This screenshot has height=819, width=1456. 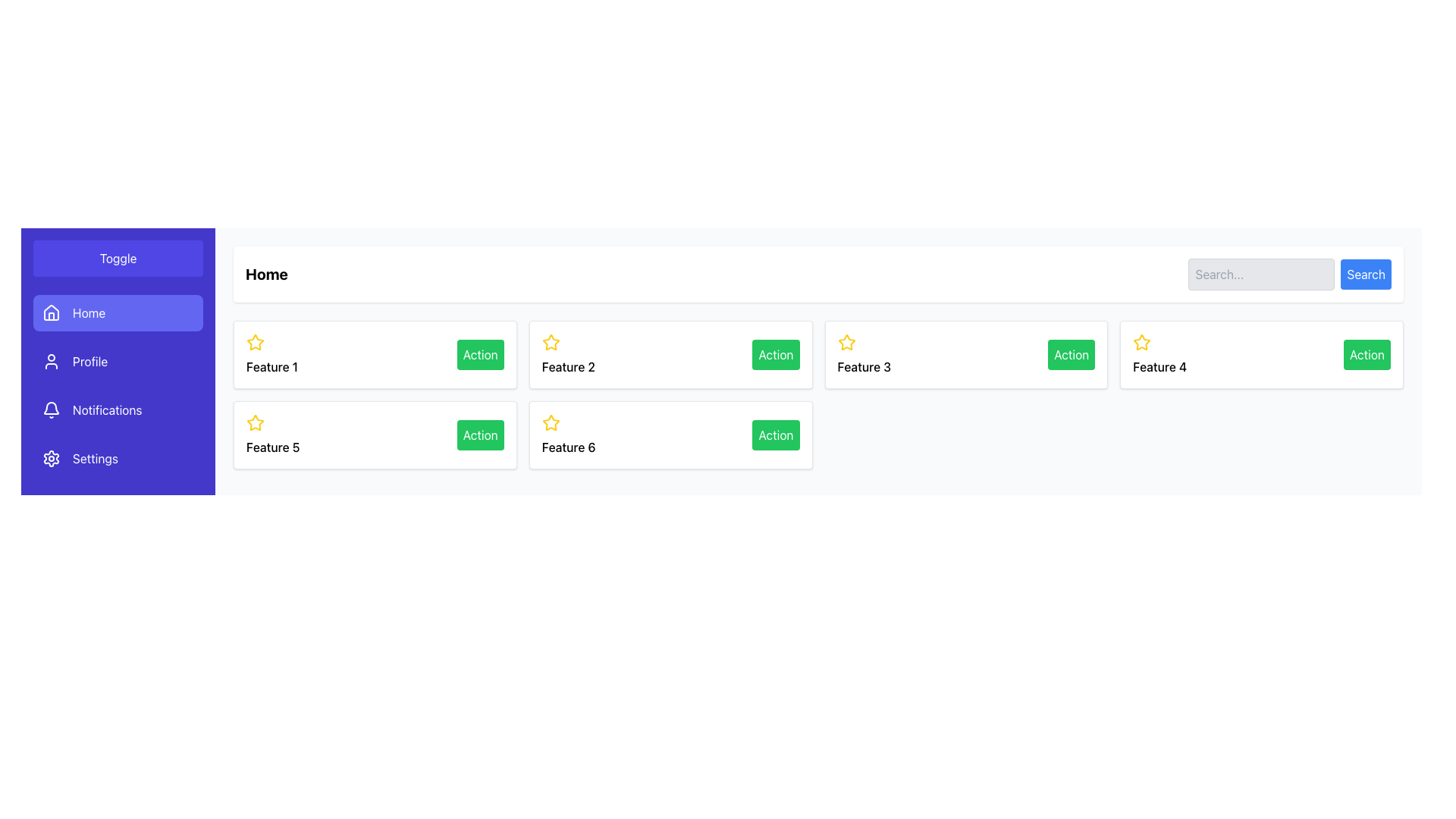 What do you see at coordinates (864, 366) in the screenshot?
I see `descriptive text of the Text Label displaying 'Feature 3' in the third feature card, located in the upper row of the main content area, next to a yellow star icon and a green 'Action' button` at bounding box center [864, 366].